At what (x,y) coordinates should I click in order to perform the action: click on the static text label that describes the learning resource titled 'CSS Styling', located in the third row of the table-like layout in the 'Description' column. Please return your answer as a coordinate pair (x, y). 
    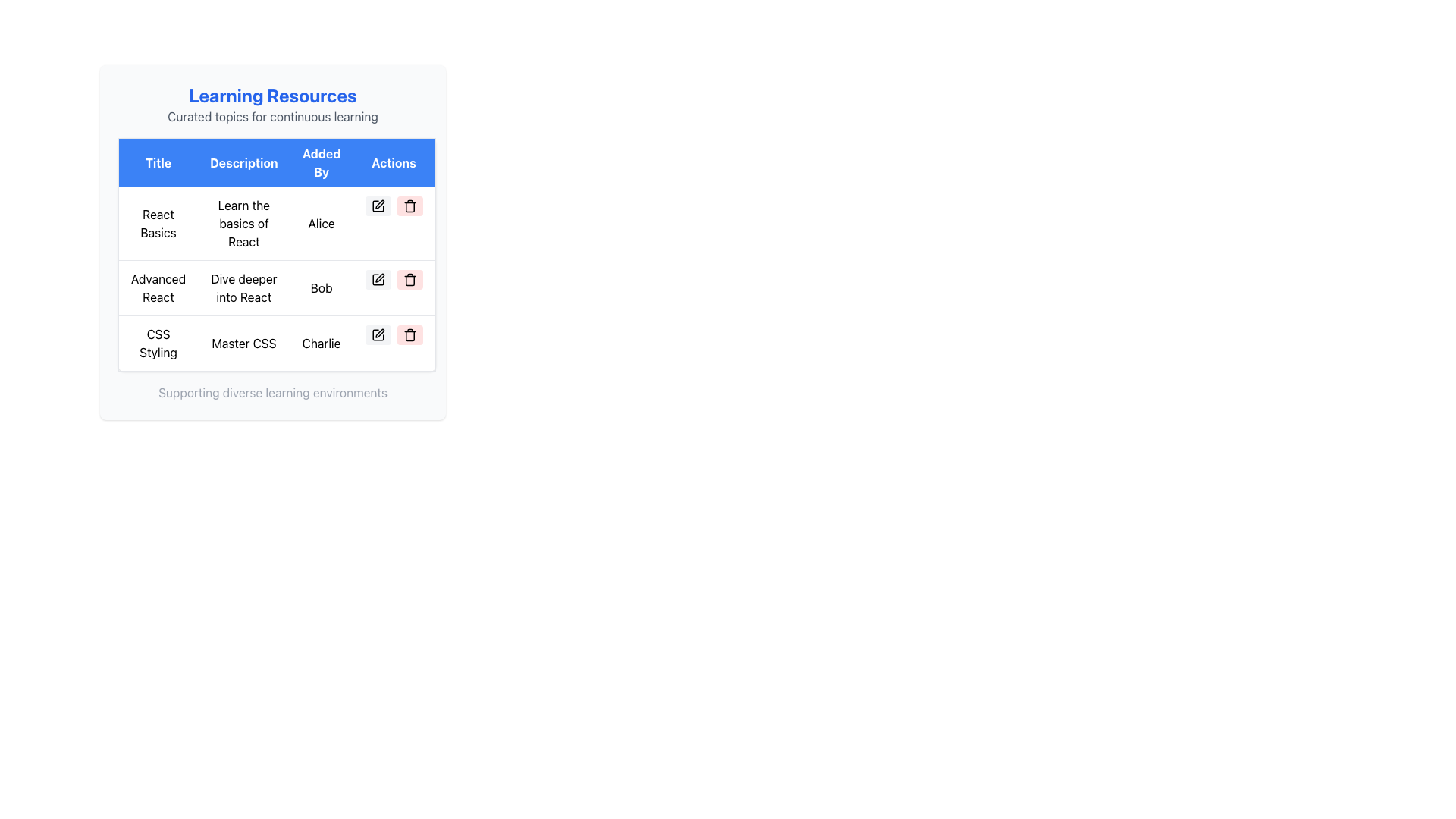
    Looking at the image, I should click on (243, 343).